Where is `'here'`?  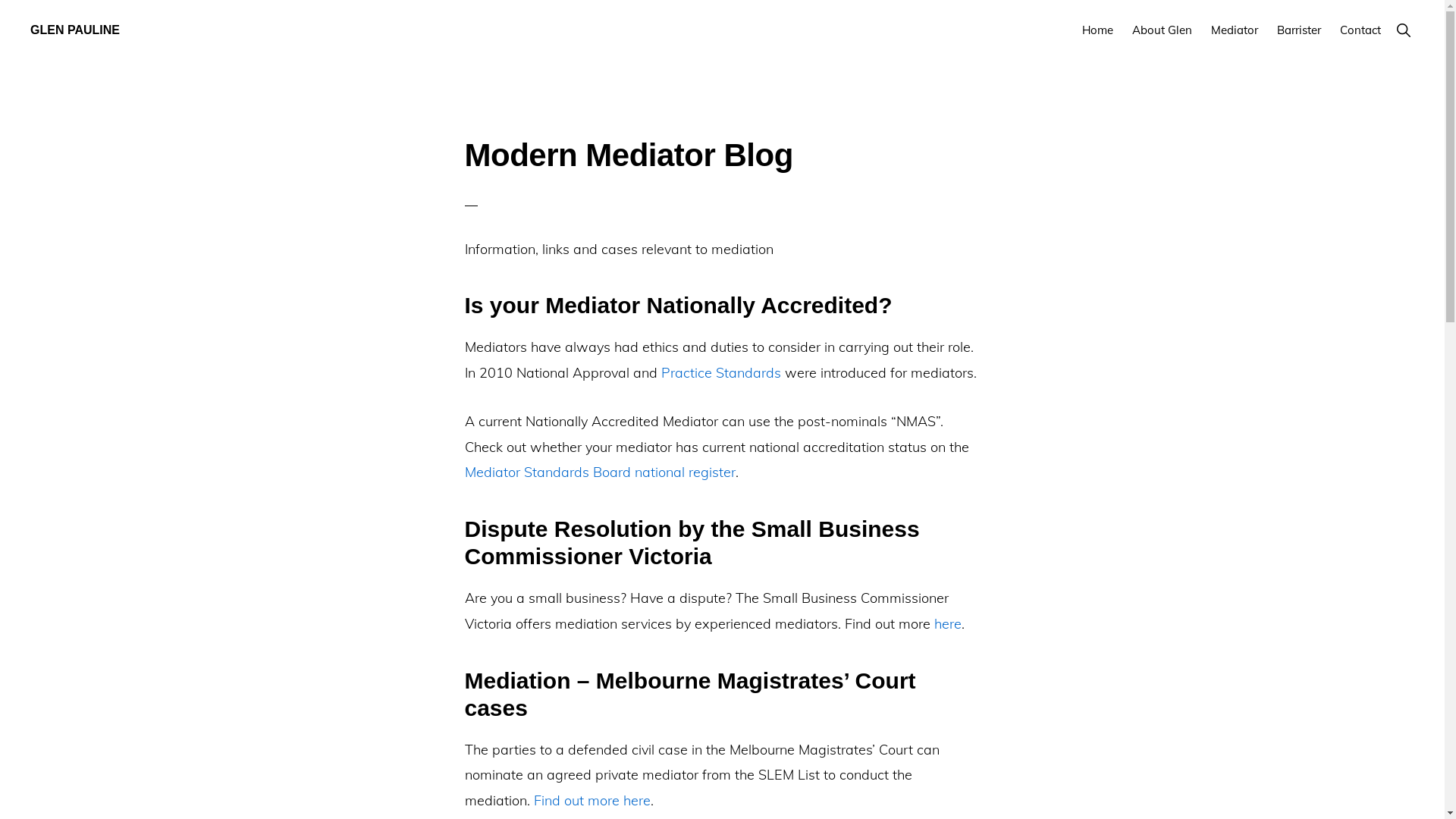
'here' is located at coordinates (946, 623).